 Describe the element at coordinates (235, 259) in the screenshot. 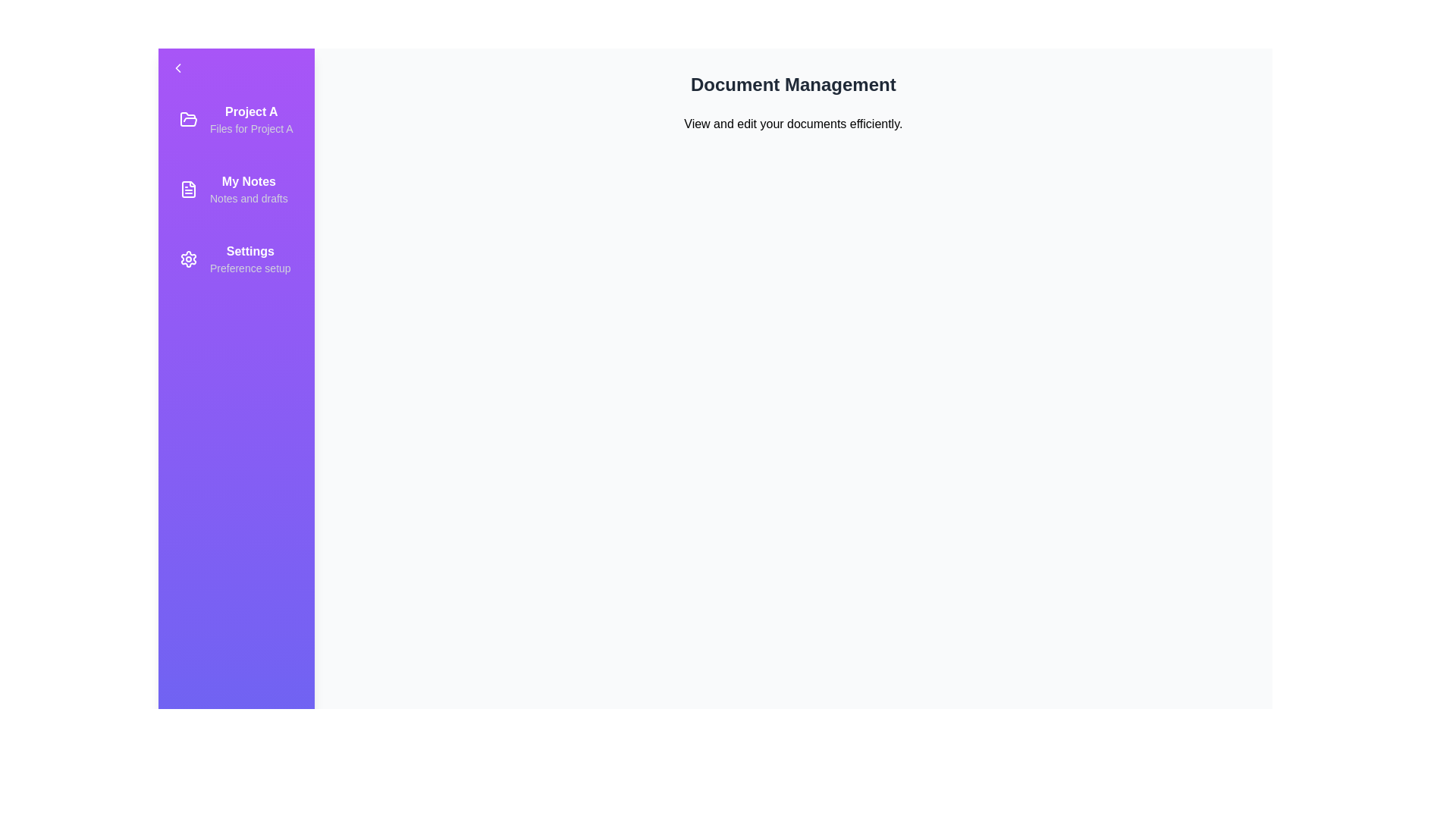

I see `the item Settings to trigger its hover effect` at that location.